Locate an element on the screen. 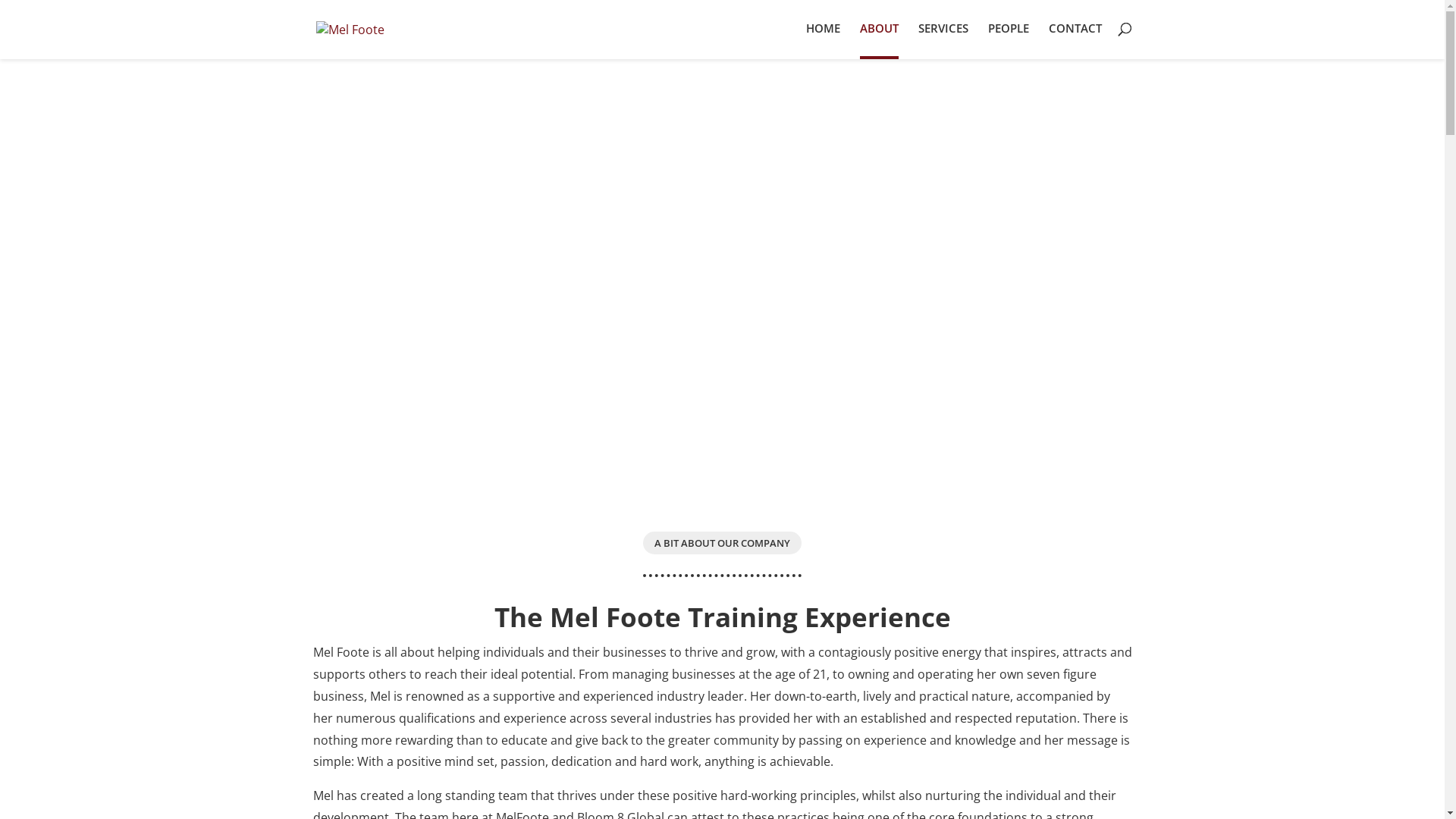 The width and height of the screenshot is (1456, 819). 'ABOUT' is located at coordinates (879, 40).